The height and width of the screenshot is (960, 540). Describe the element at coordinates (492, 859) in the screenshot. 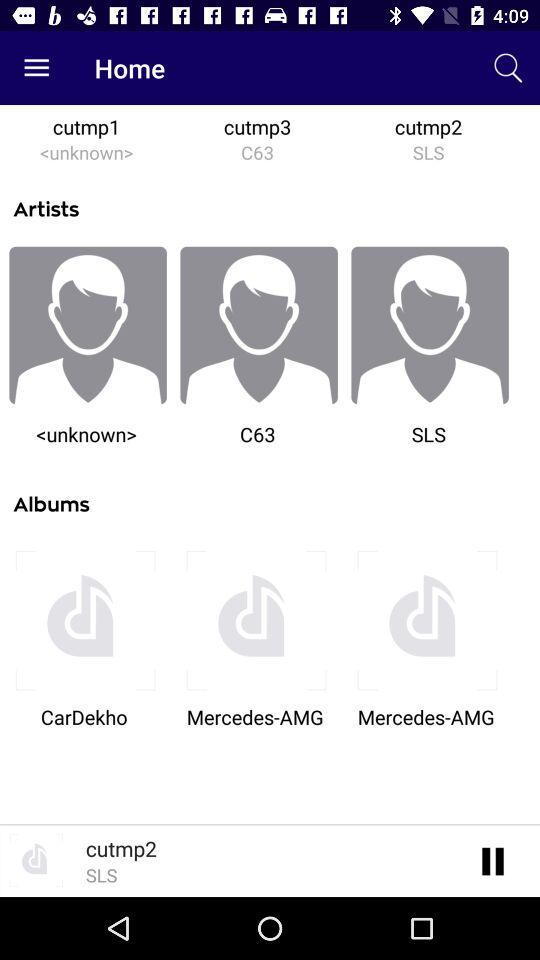

I see `pause the music` at that location.